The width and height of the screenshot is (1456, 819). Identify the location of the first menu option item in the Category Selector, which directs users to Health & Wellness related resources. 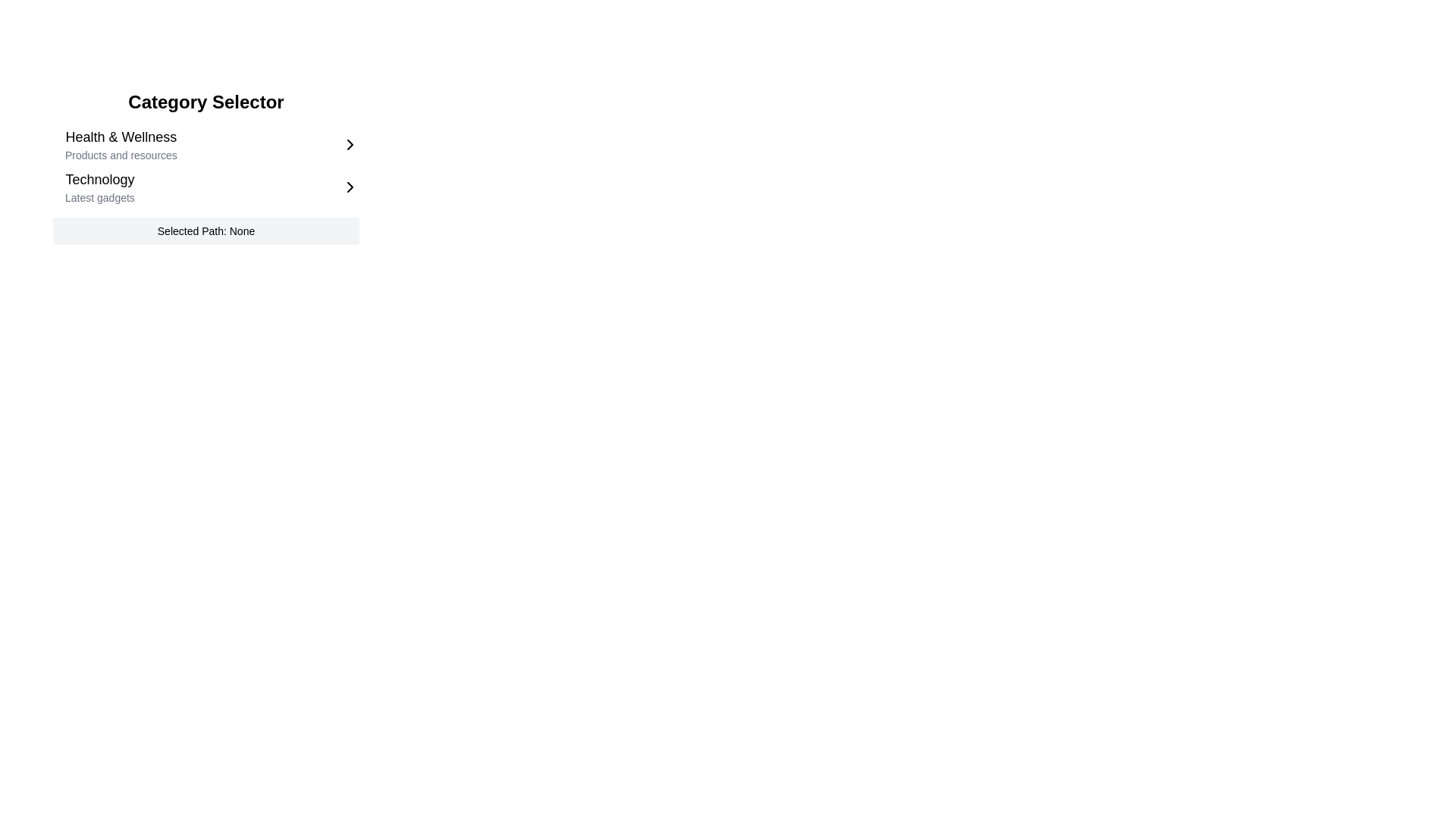
(211, 145).